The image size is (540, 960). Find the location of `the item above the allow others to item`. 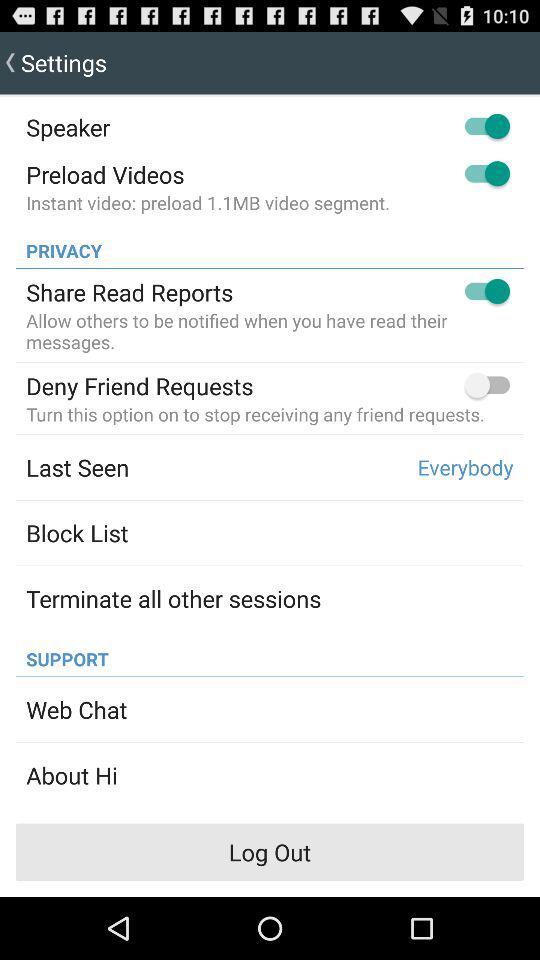

the item above the allow others to item is located at coordinates (129, 291).